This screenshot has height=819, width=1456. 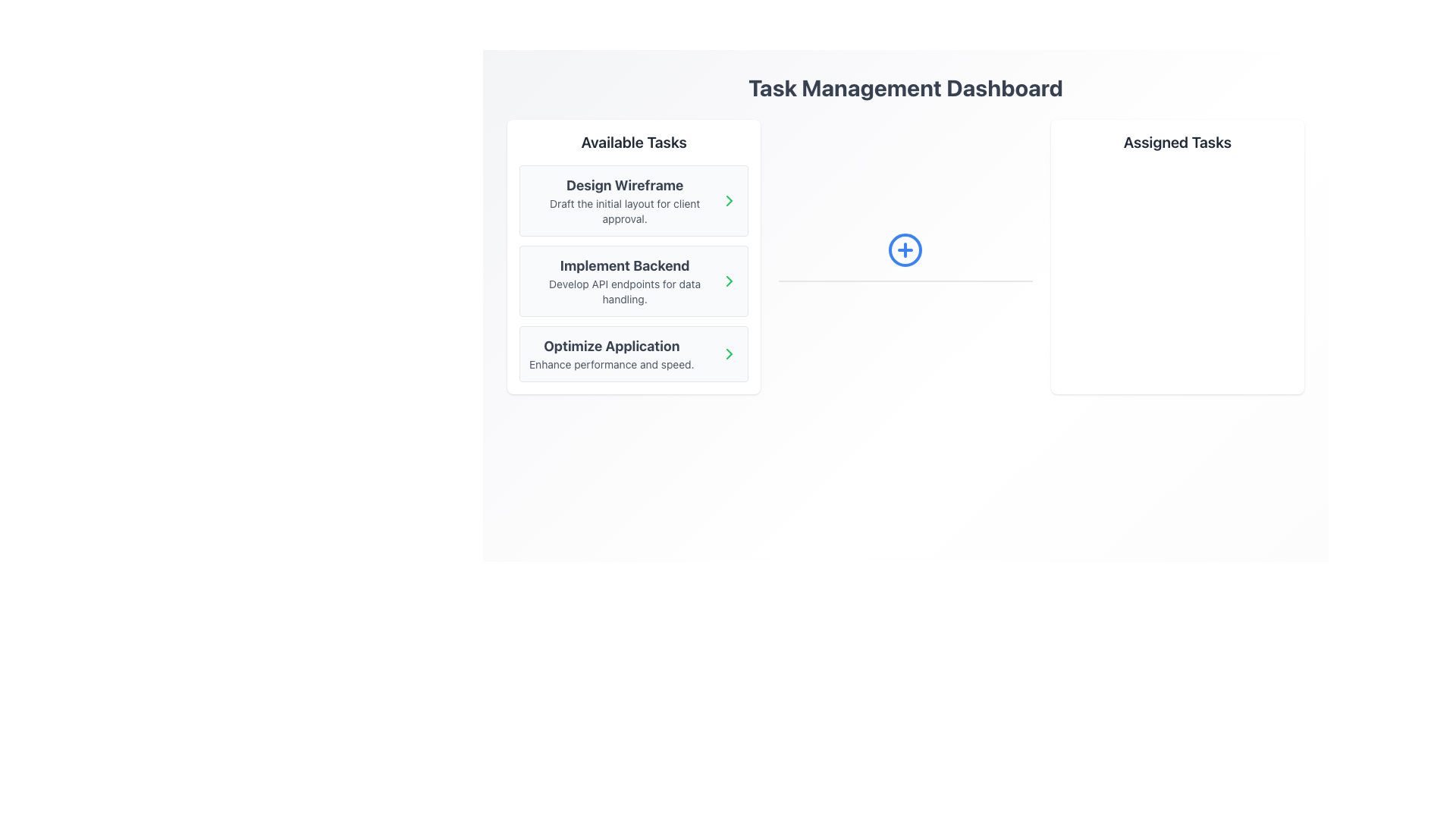 What do you see at coordinates (625, 211) in the screenshot?
I see `text snippet that says 'Draft the initial layout for client approval.' located in the 'Available Tasks' panel under the 'Design Wireframe' section` at bounding box center [625, 211].